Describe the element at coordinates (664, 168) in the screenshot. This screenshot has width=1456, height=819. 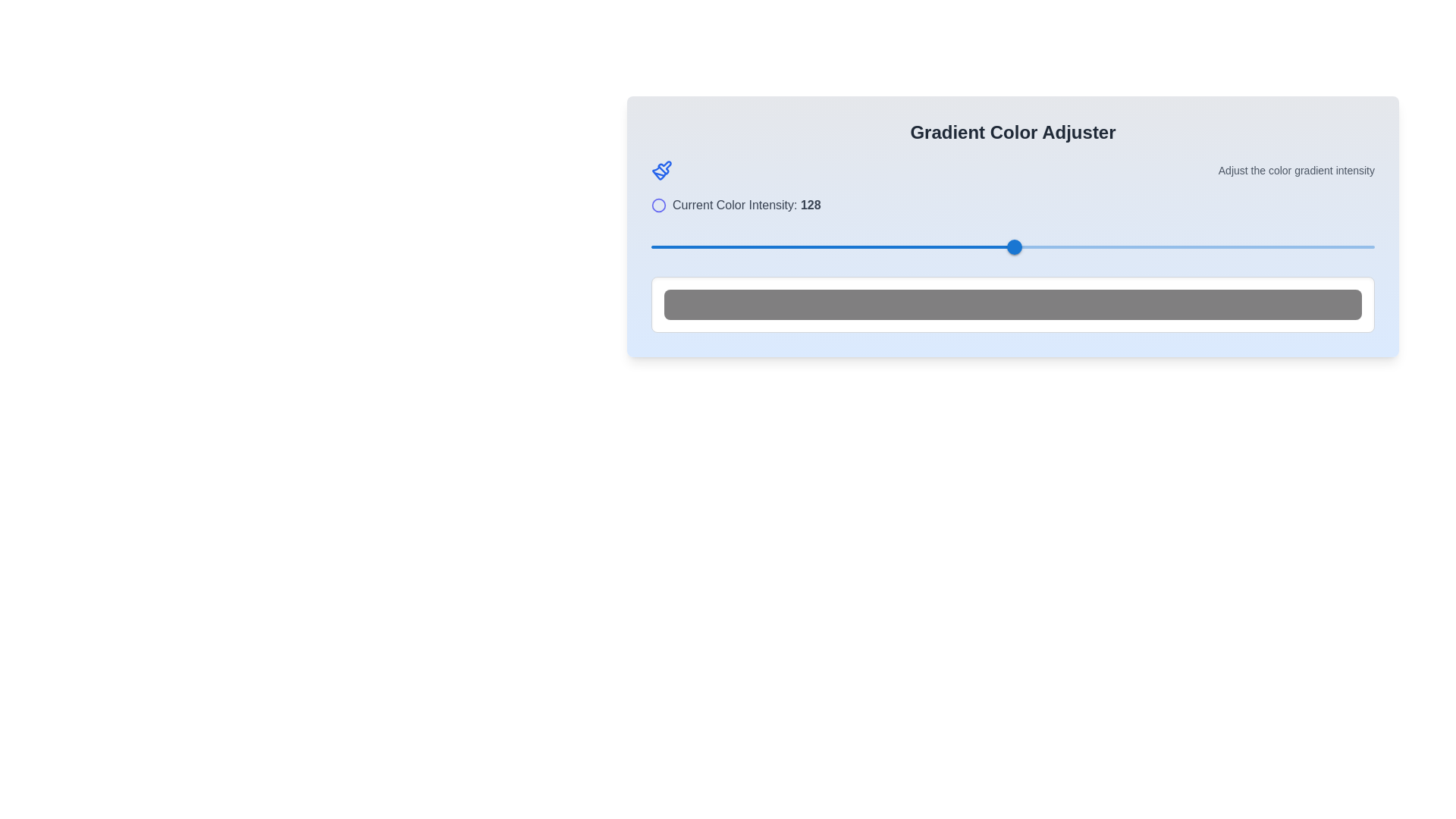
I see `properties of the icon located at the top-left corner of the card containing 'Gradient Color Adjuster', which is part of the 'paintbrush' vector group` at that location.